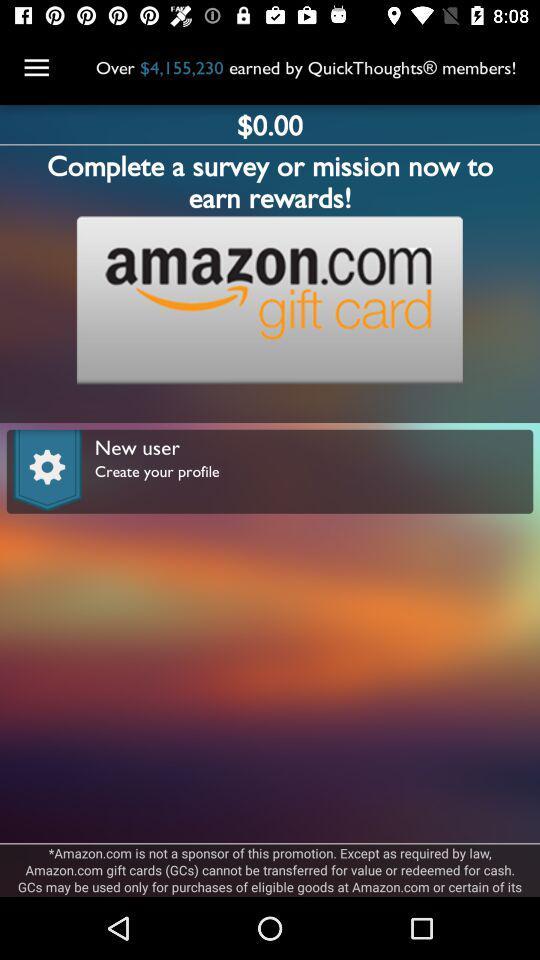 The height and width of the screenshot is (960, 540). Describe the element at coordinates (36, 68) in the screenshot. I see `the icon at the top left corner` at that location.